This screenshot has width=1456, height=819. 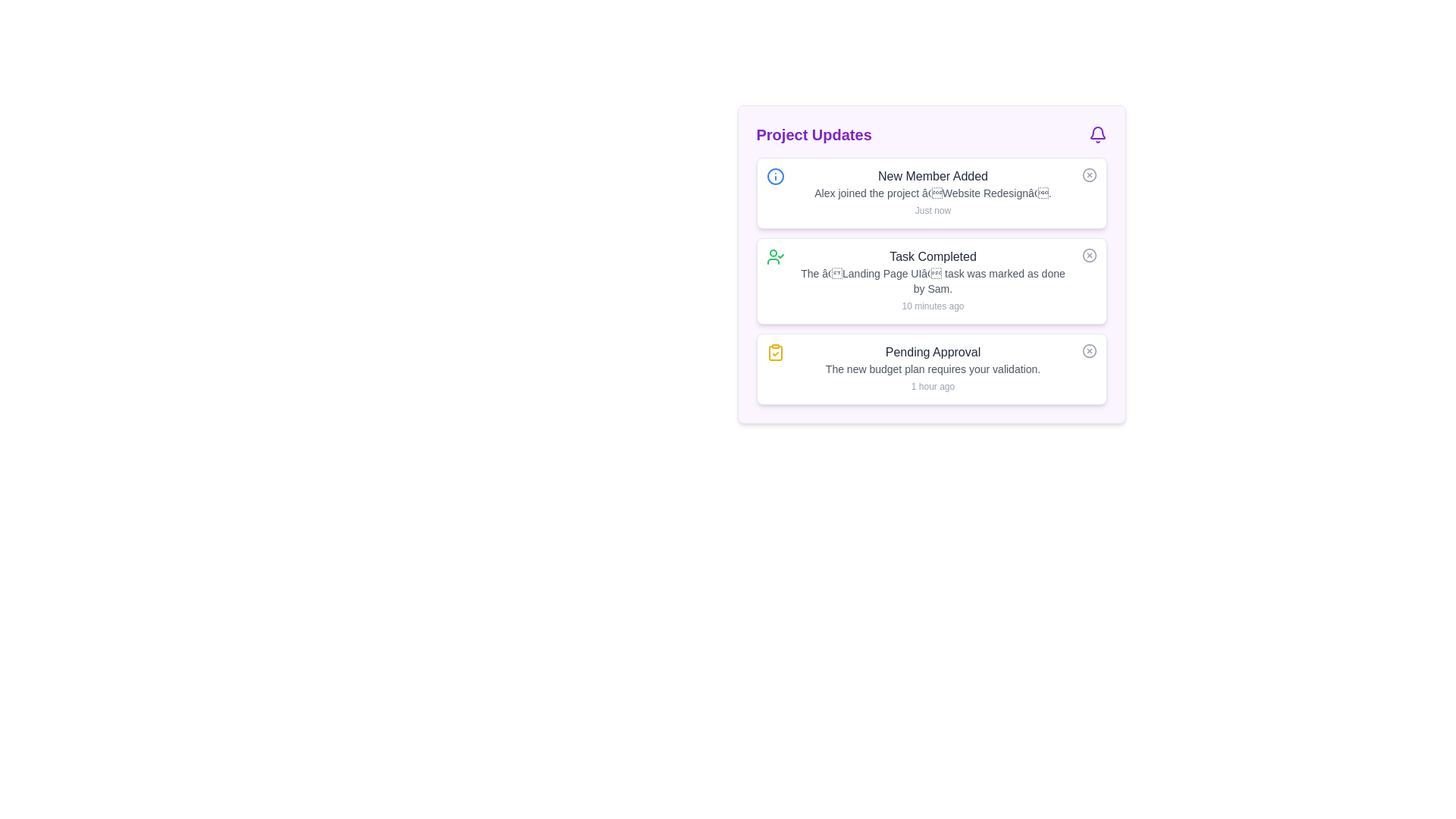 I want to click on the circular button with a gray outline and an internal cross located in the bottom right corner of the 'Pending Approval' notification card, the third card in the vertical list under 'Project Updates', so click(x=1088, y=350).